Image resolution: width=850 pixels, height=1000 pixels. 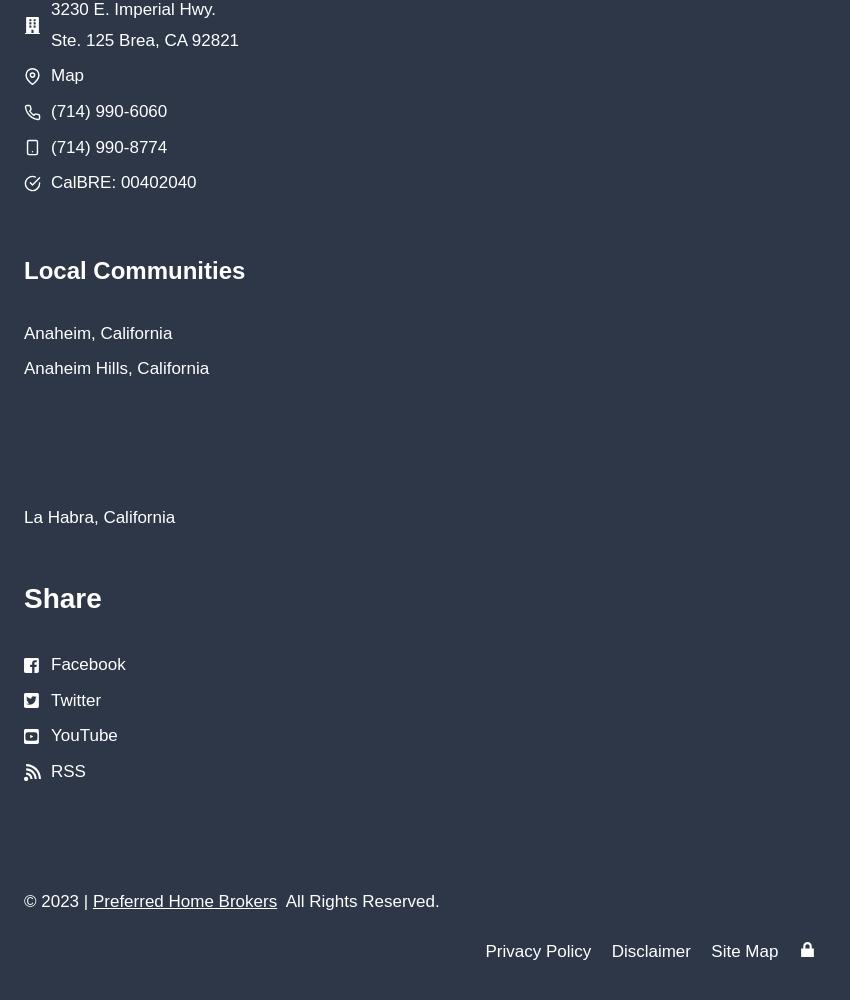 I want to click on 'Anaheim Hills, California', so click(x=115, y=367).